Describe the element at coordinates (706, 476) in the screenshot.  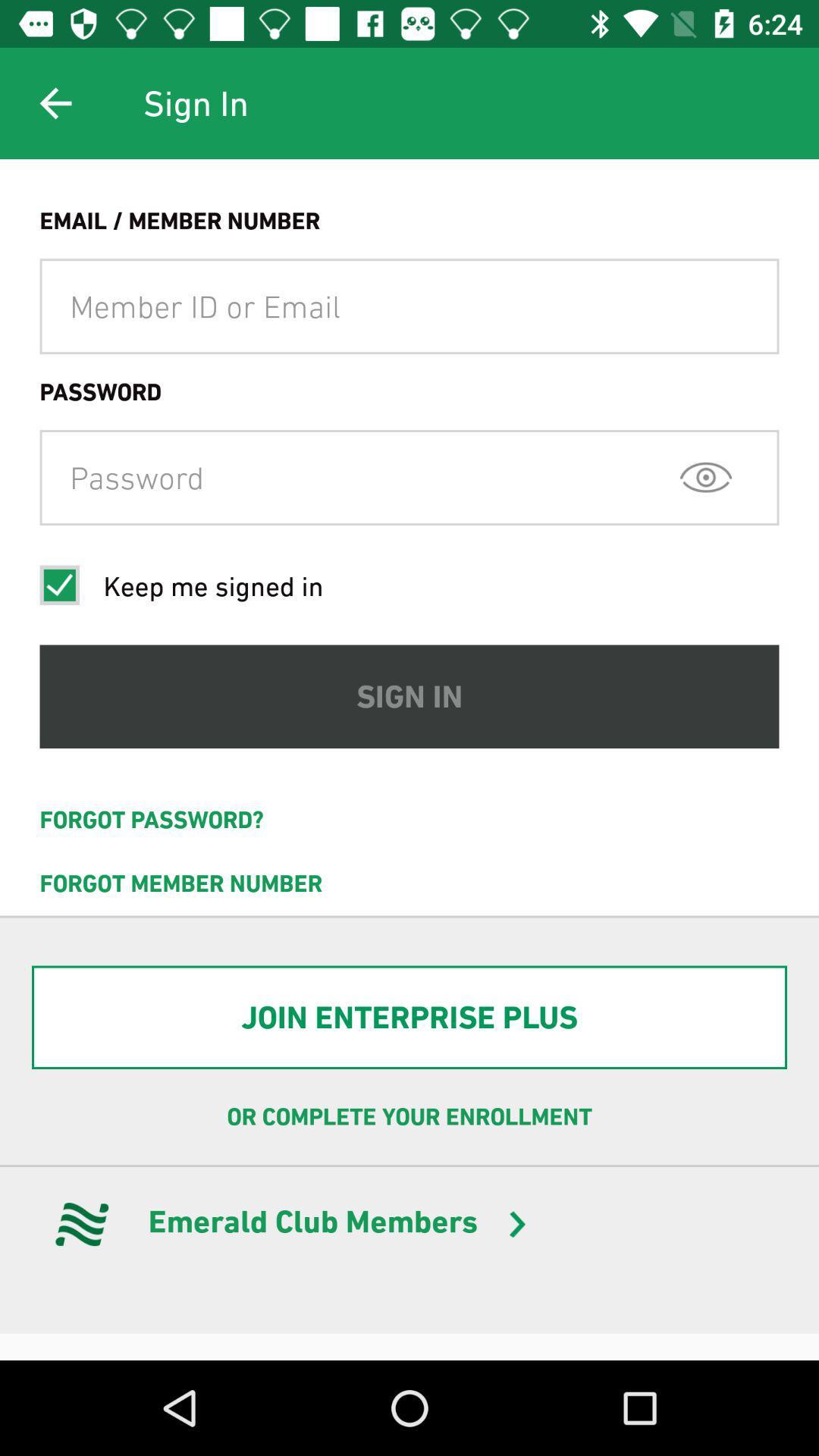
I see `display password text` at that location.